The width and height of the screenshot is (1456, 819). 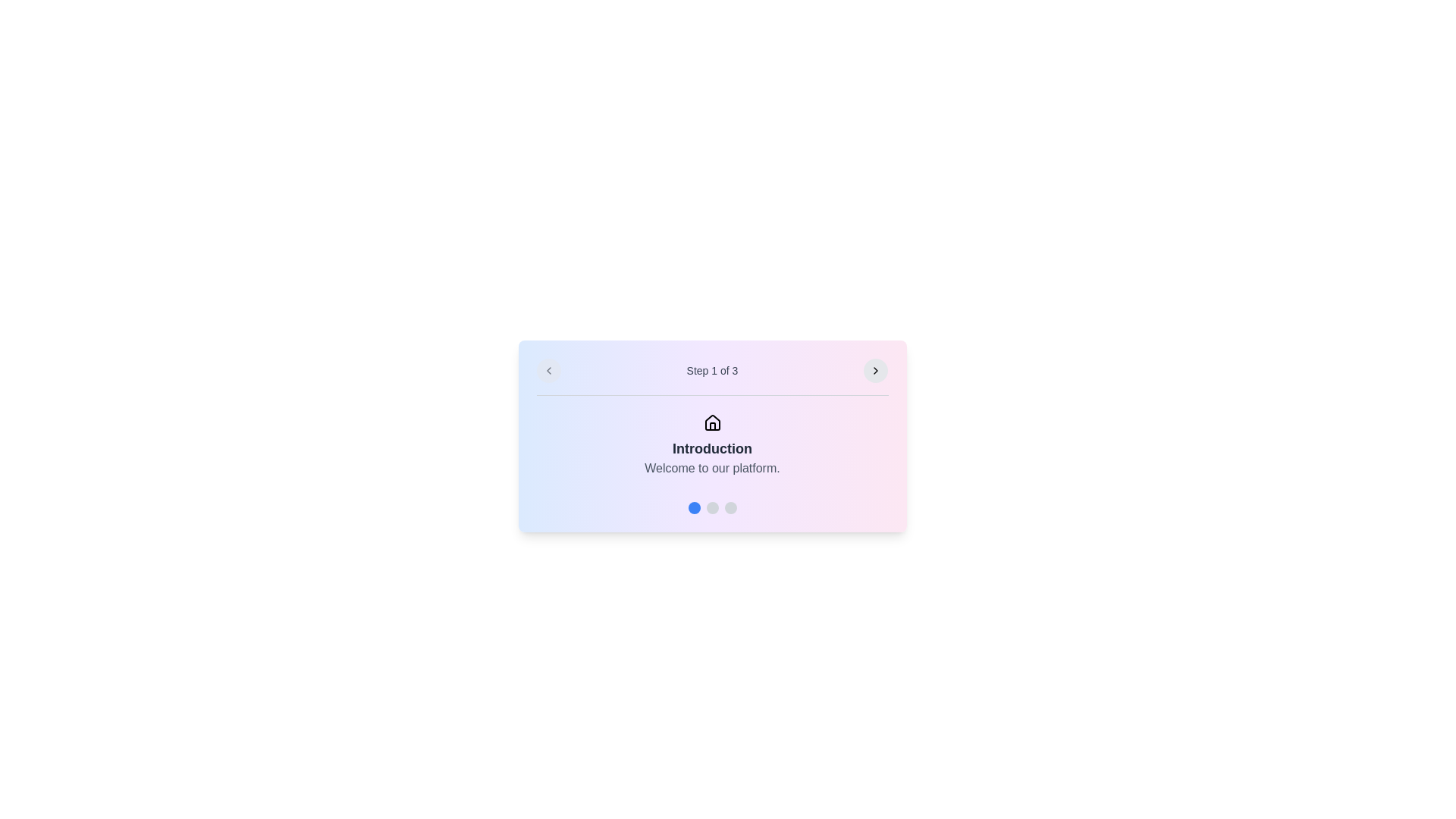 I want to click on the first circular progress indicator, which is solid blue and located at the bottom center of the interface, so click(x=693, y=508).